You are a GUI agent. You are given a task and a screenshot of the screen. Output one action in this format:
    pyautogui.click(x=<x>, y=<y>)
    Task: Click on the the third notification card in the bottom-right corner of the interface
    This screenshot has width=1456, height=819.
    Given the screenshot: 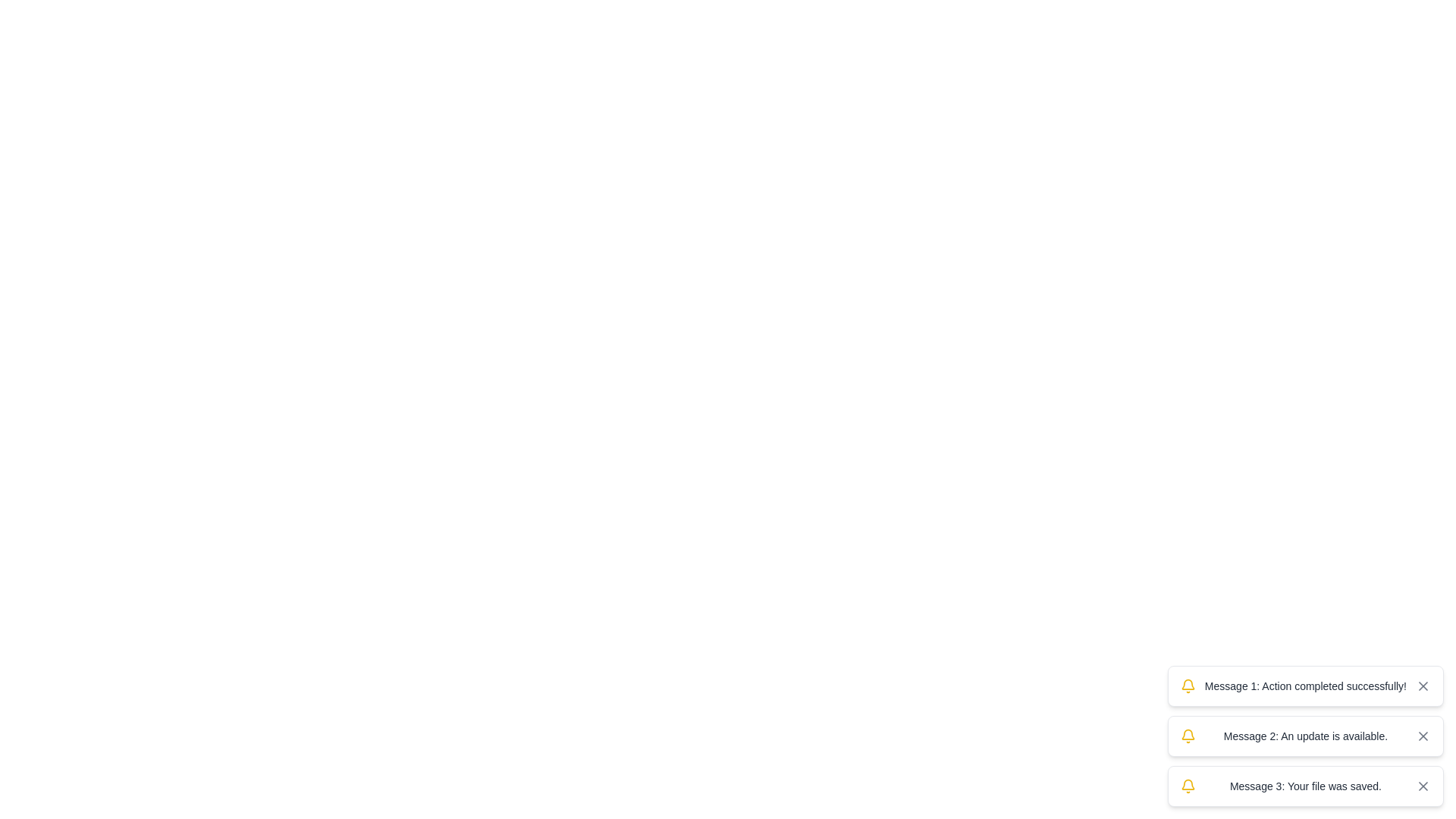 What is the action you would take?
    pyautogui.click(x=1304, y=786)
    